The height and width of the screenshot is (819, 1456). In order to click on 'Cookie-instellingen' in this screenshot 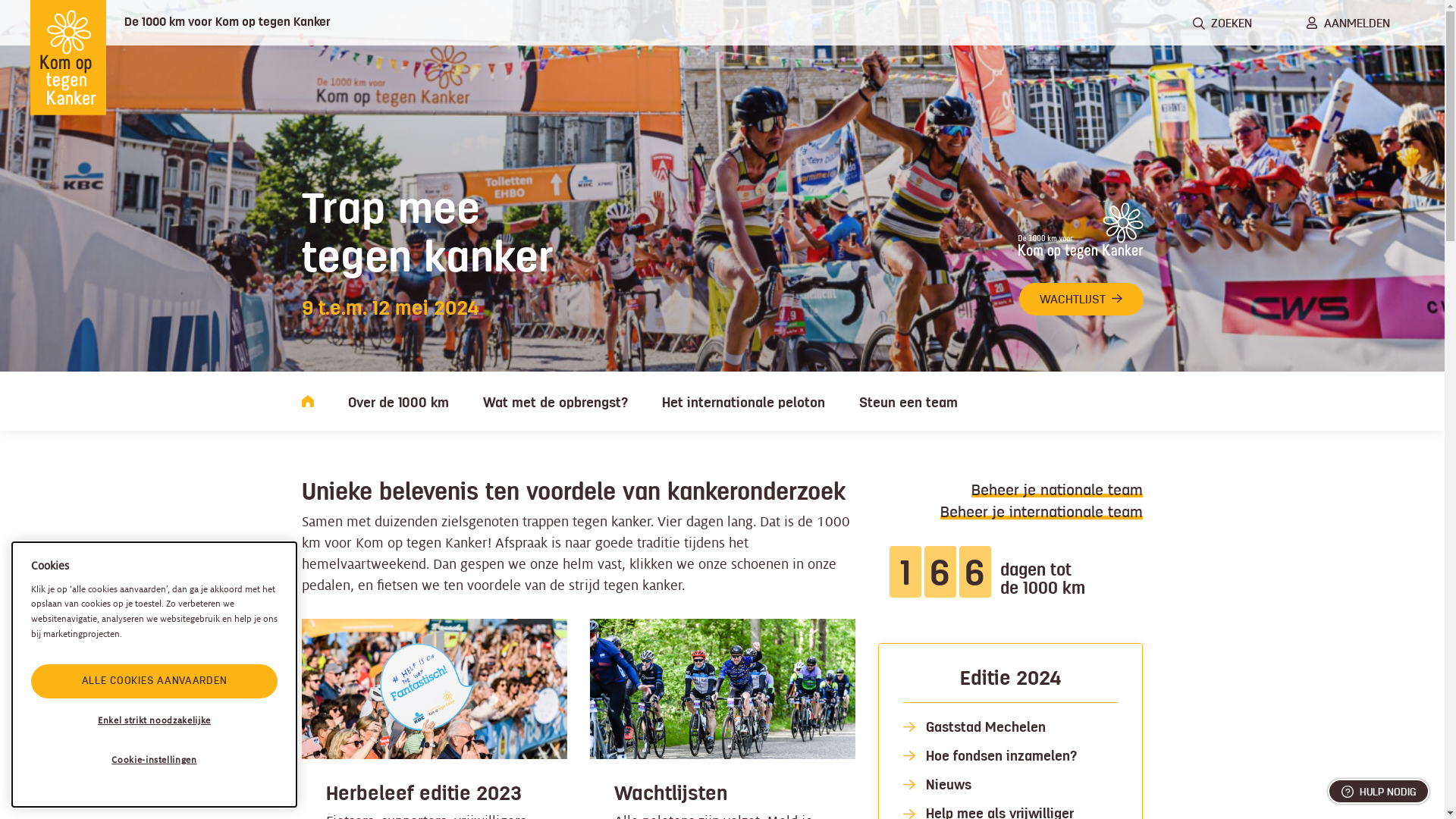, I will do `click(154, 760)`.